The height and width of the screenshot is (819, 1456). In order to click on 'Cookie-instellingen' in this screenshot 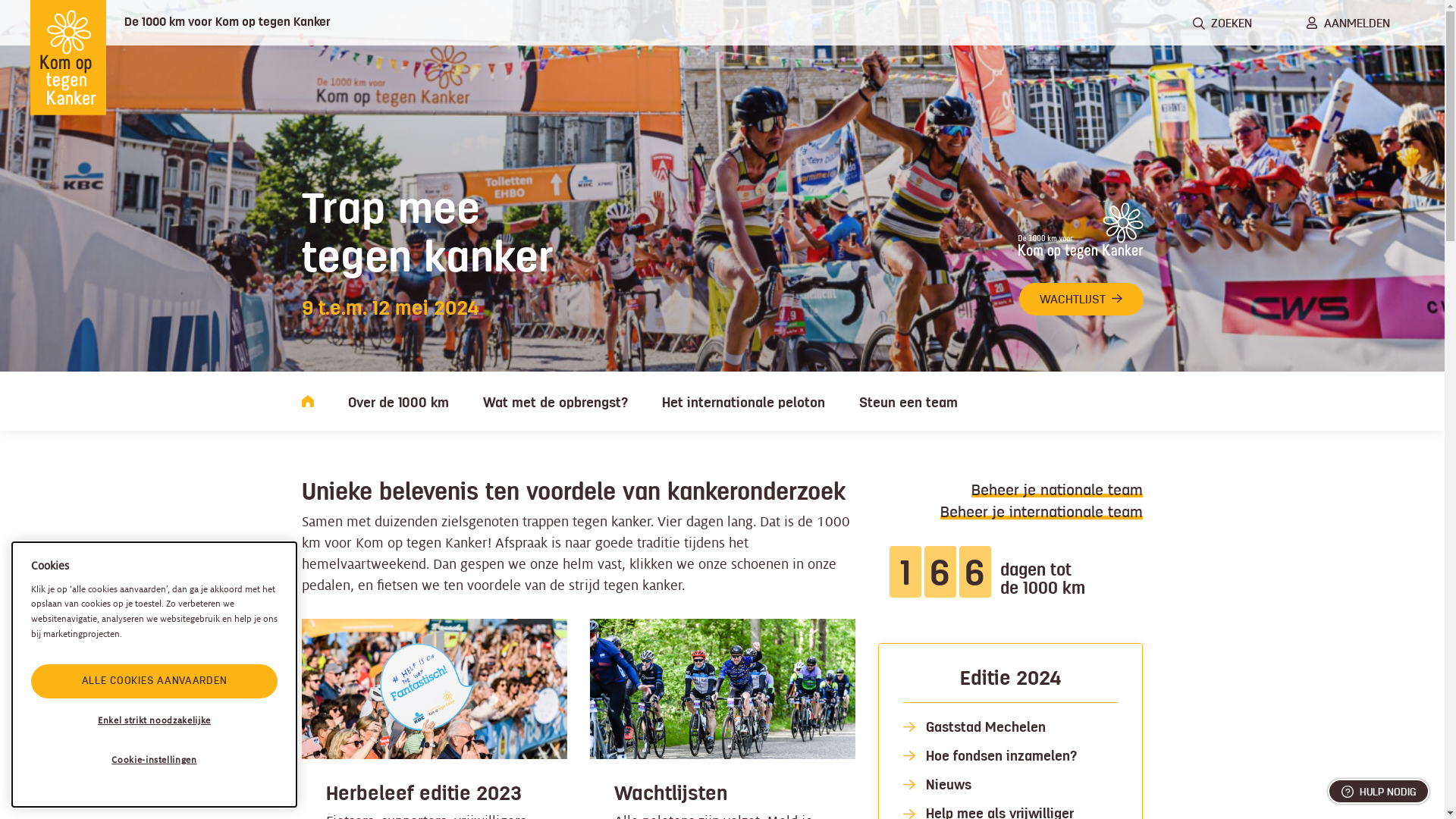, I will do `click(154, 760)`.